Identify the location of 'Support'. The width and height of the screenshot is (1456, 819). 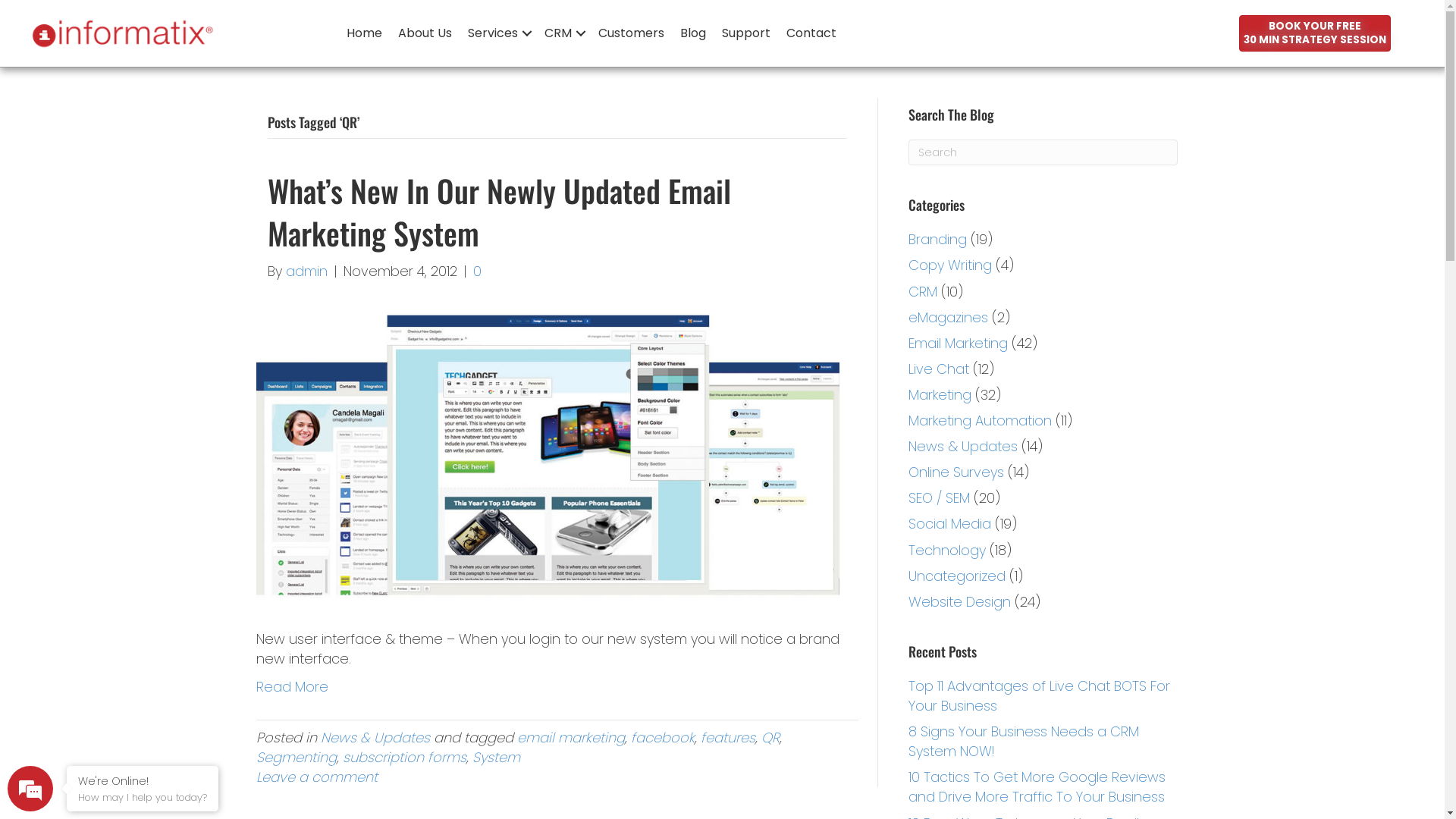
(745, 33).